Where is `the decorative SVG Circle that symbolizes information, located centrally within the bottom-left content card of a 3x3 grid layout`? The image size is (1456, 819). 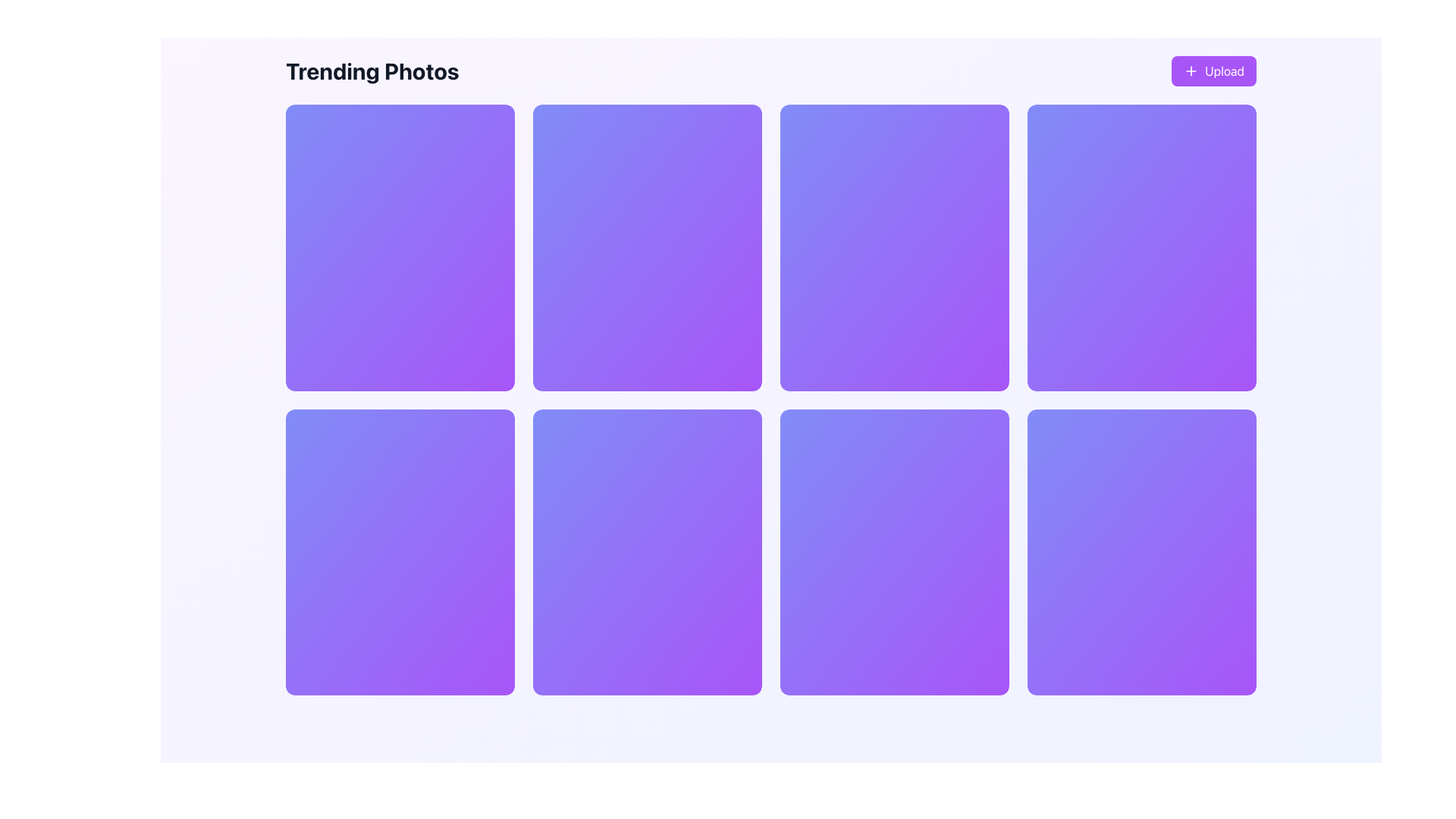 the decorative SVG Circle that symbolizes information, located centrally within the bottom-left content card of a 3x3 grid layout is located at coordinates (491, 433).